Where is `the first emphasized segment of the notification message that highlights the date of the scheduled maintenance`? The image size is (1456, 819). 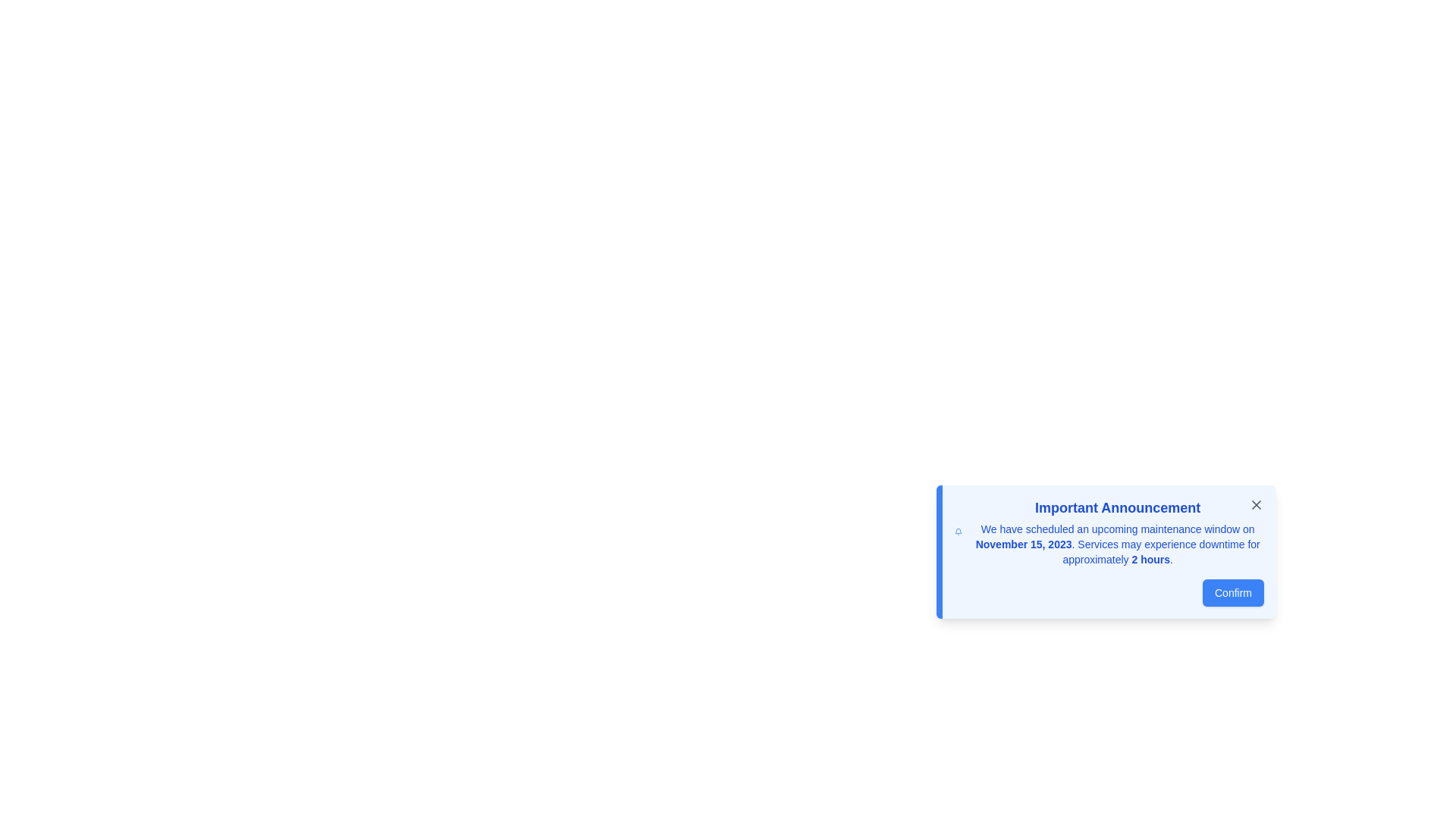
the first emphasized segment of the notification message that highlights the date of the scheduled maintenance is located at coordinates (1024, 543).